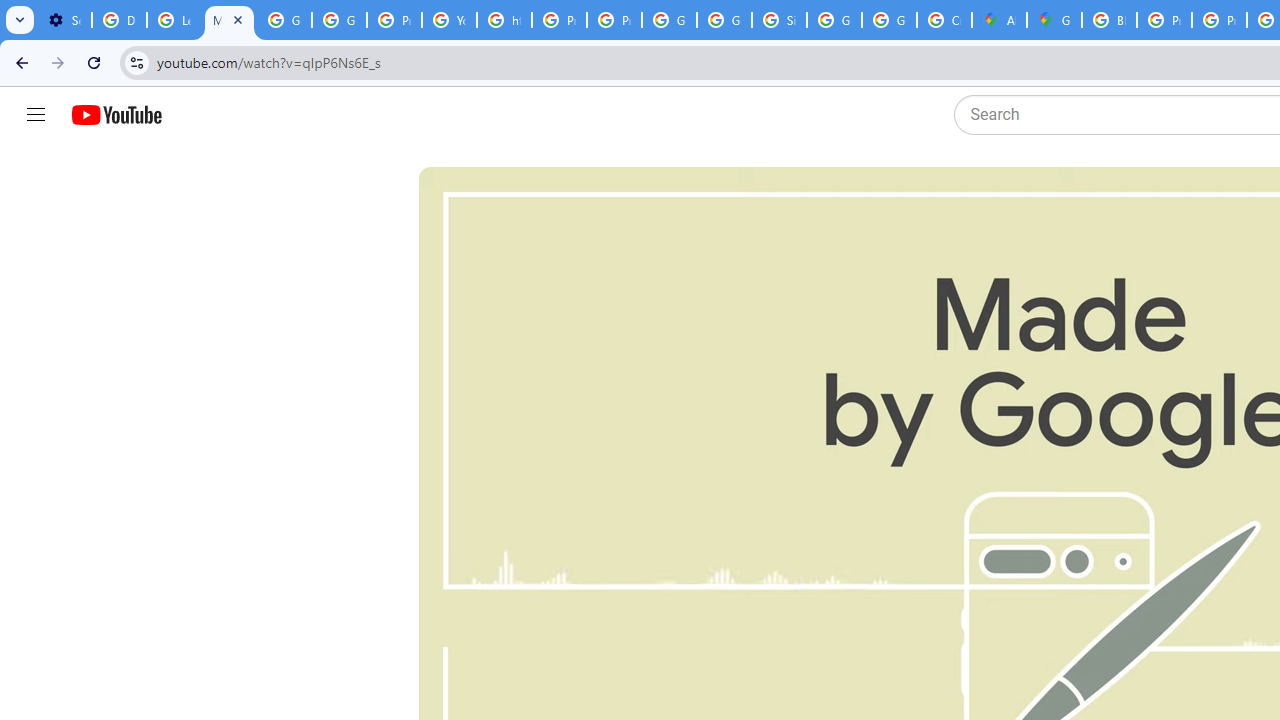 This screenshot has height=720, width=1280. What do you see at coordinates (1053, 20) in the screenshot?
I see `'Google Maps'` at bounding box center [1053, 20].